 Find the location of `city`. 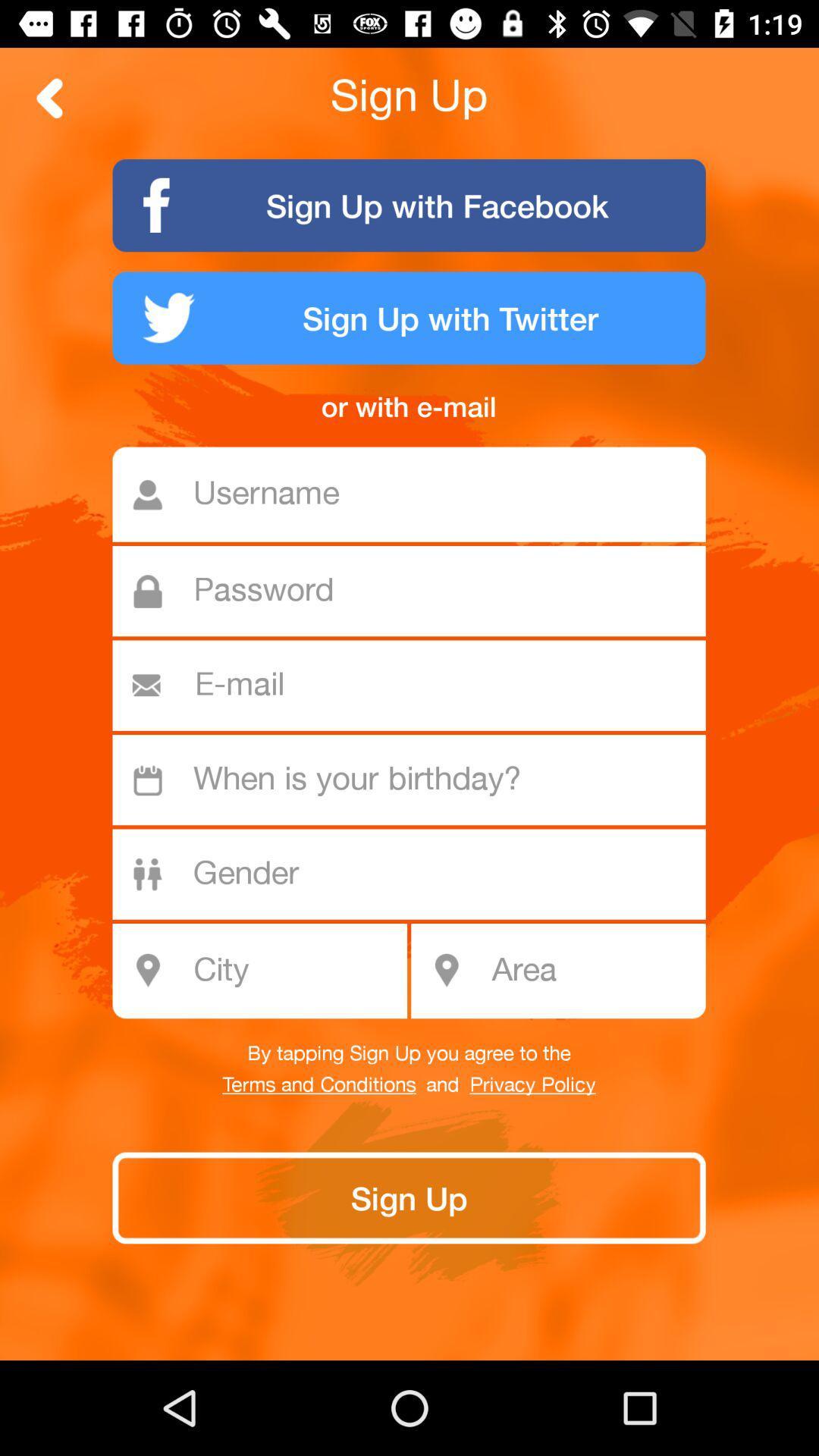

city is located at coordinates (268, 971).